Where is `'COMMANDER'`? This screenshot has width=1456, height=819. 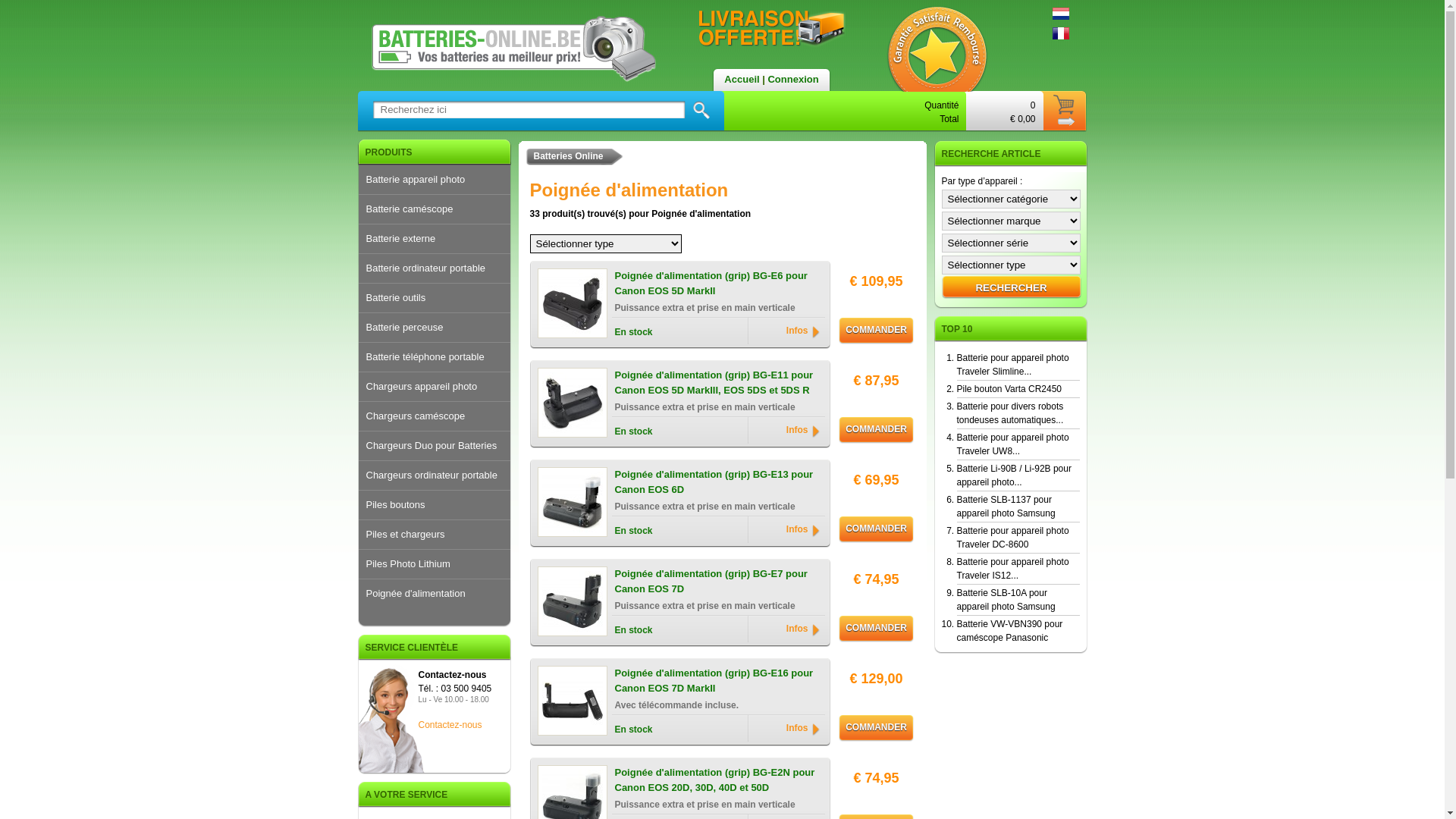 'COMMANDER' is located at coordinates (876, 330).